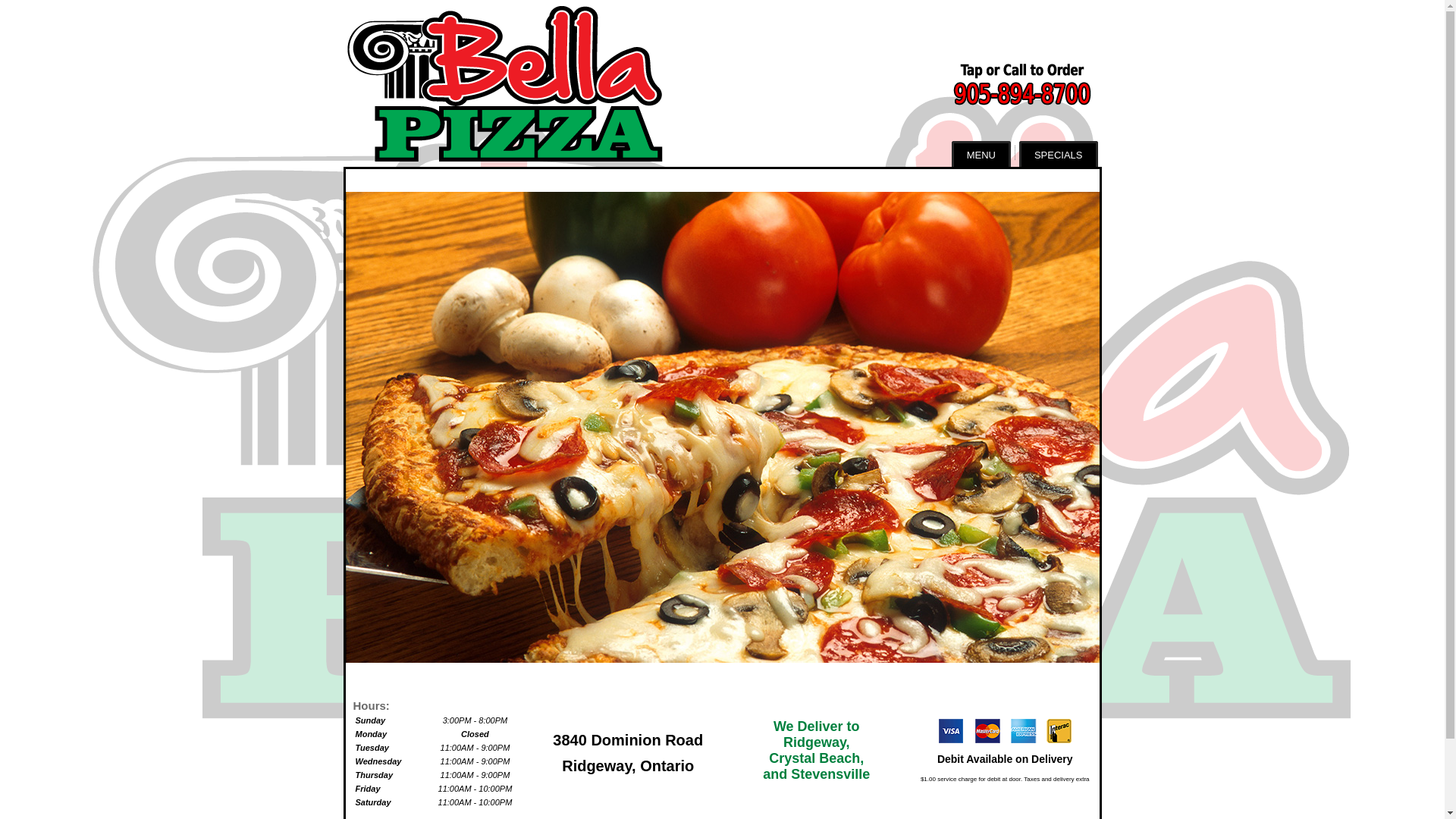 The width and height of the screenshot is (1456, 819). I want to click on 'MENU', so click(981, 154).